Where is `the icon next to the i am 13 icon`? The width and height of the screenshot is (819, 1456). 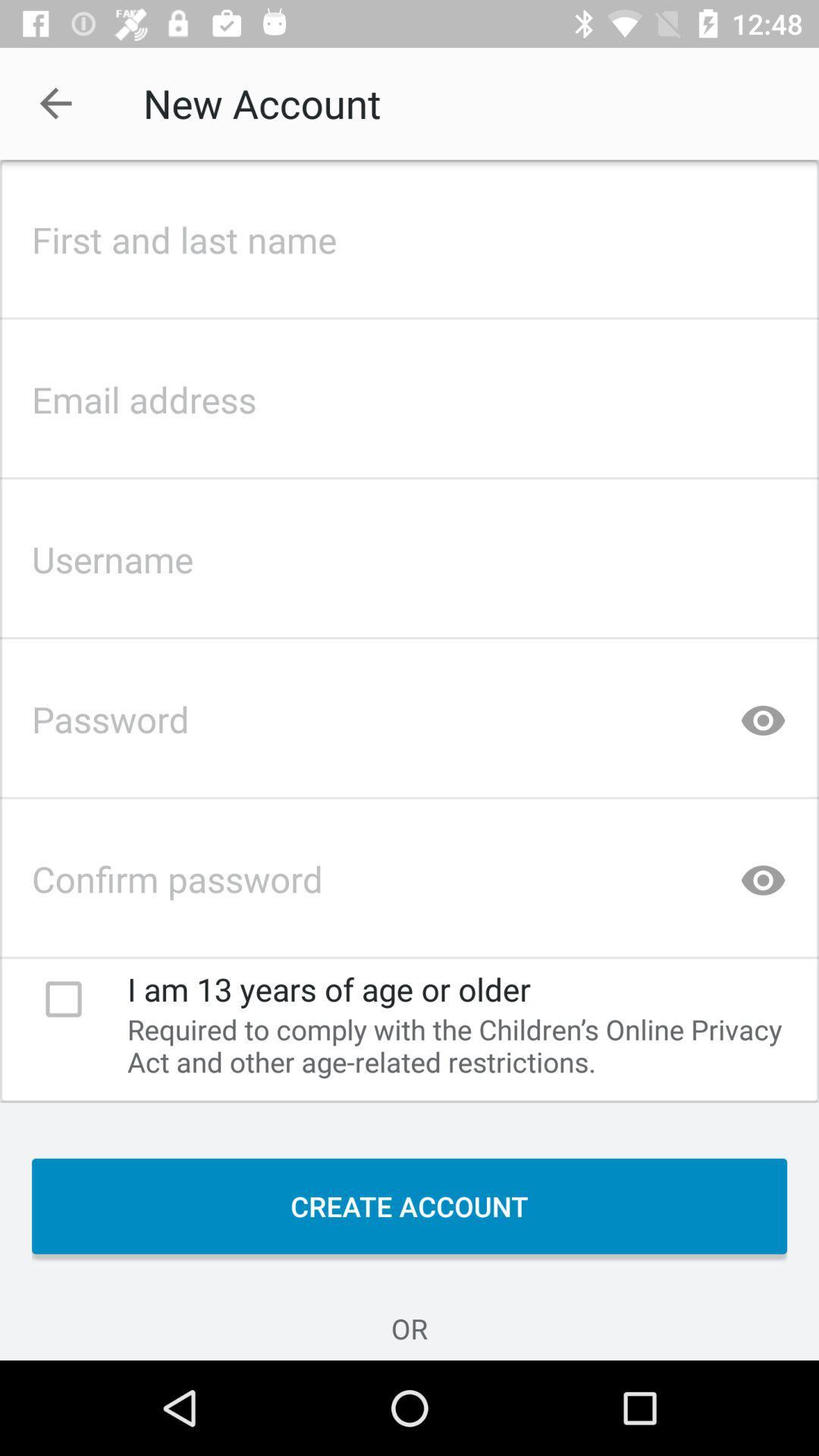 the icon next to the i am 13 icon is located at coordinates (63, 999).